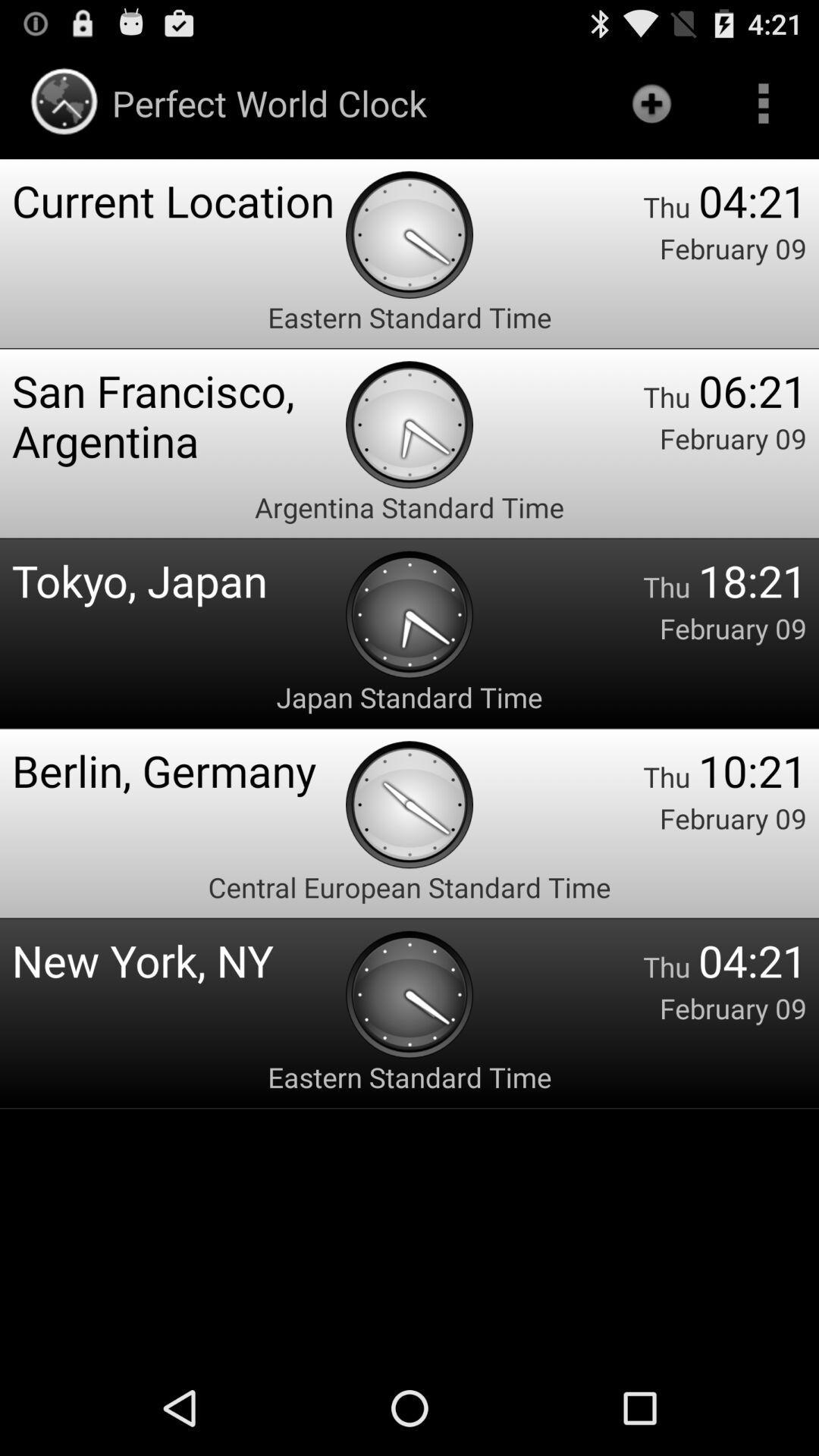 The image size is (819, 1456). I want to click on the central european standard, so click(409, 887).